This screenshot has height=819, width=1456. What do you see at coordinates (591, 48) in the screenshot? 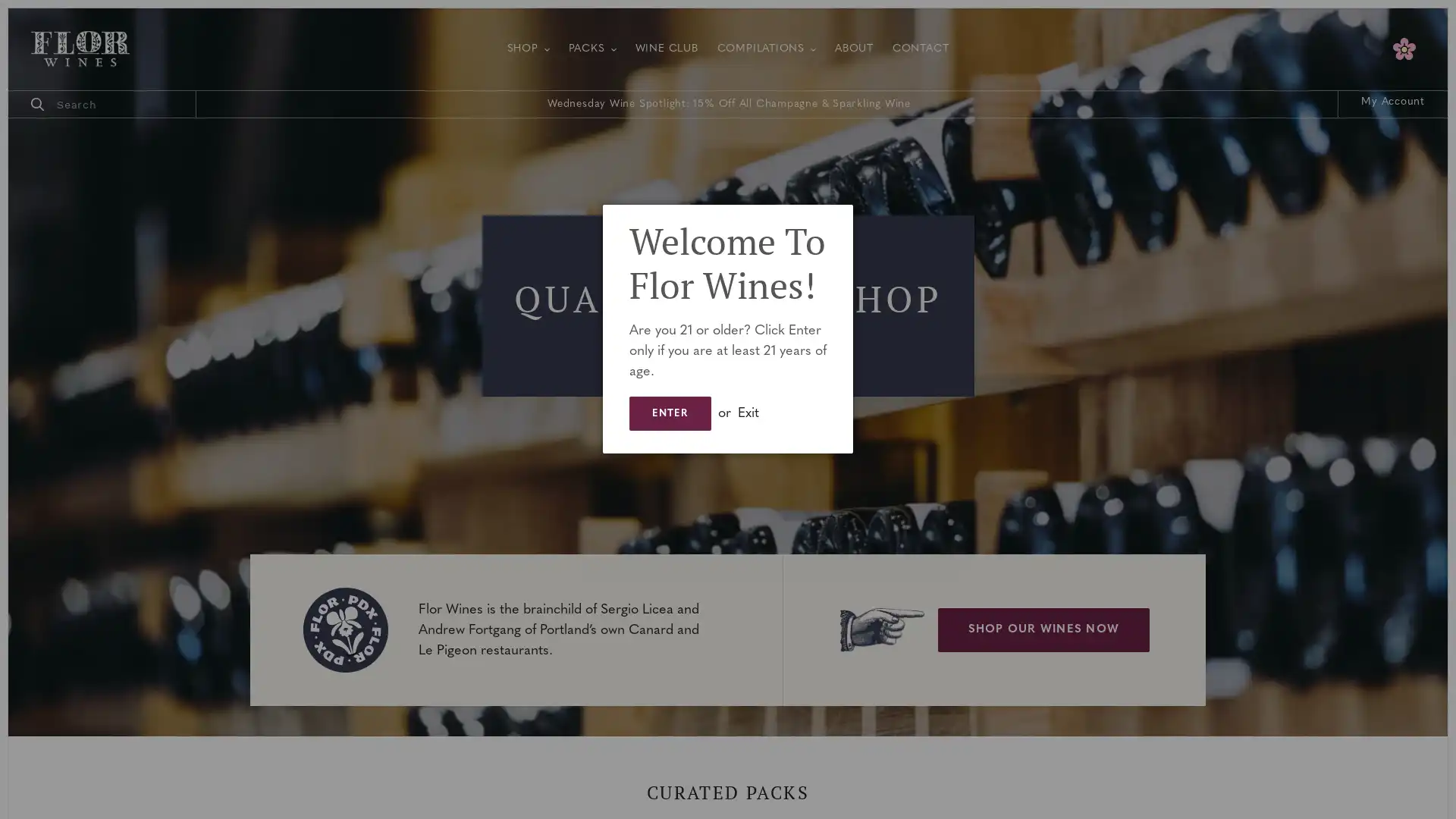
I see `PACKS` at bounding box center [591, 48].